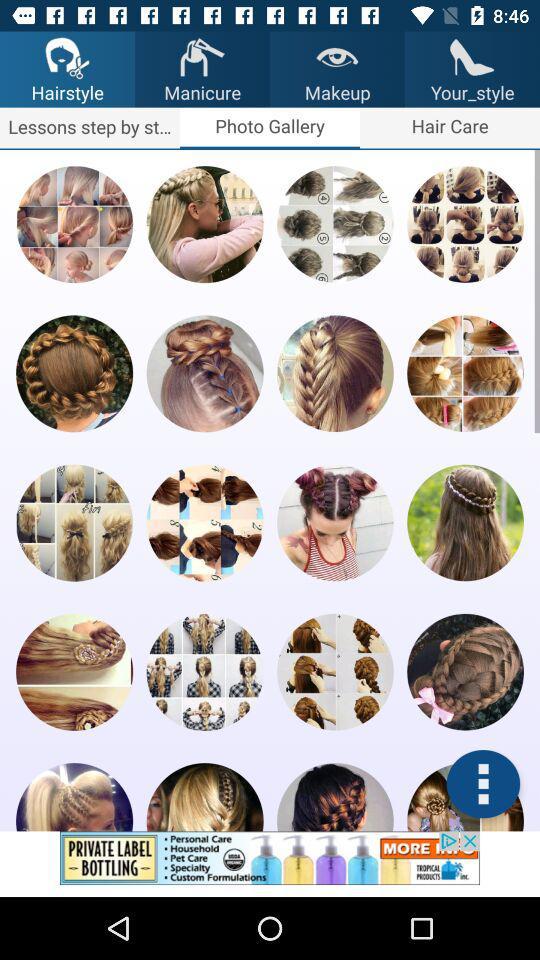 This screenshot has width=540, height=960. What do you see at coordinates (465, 372) in the screenshot?
I see `hair image` at bounding box center [465, 372].